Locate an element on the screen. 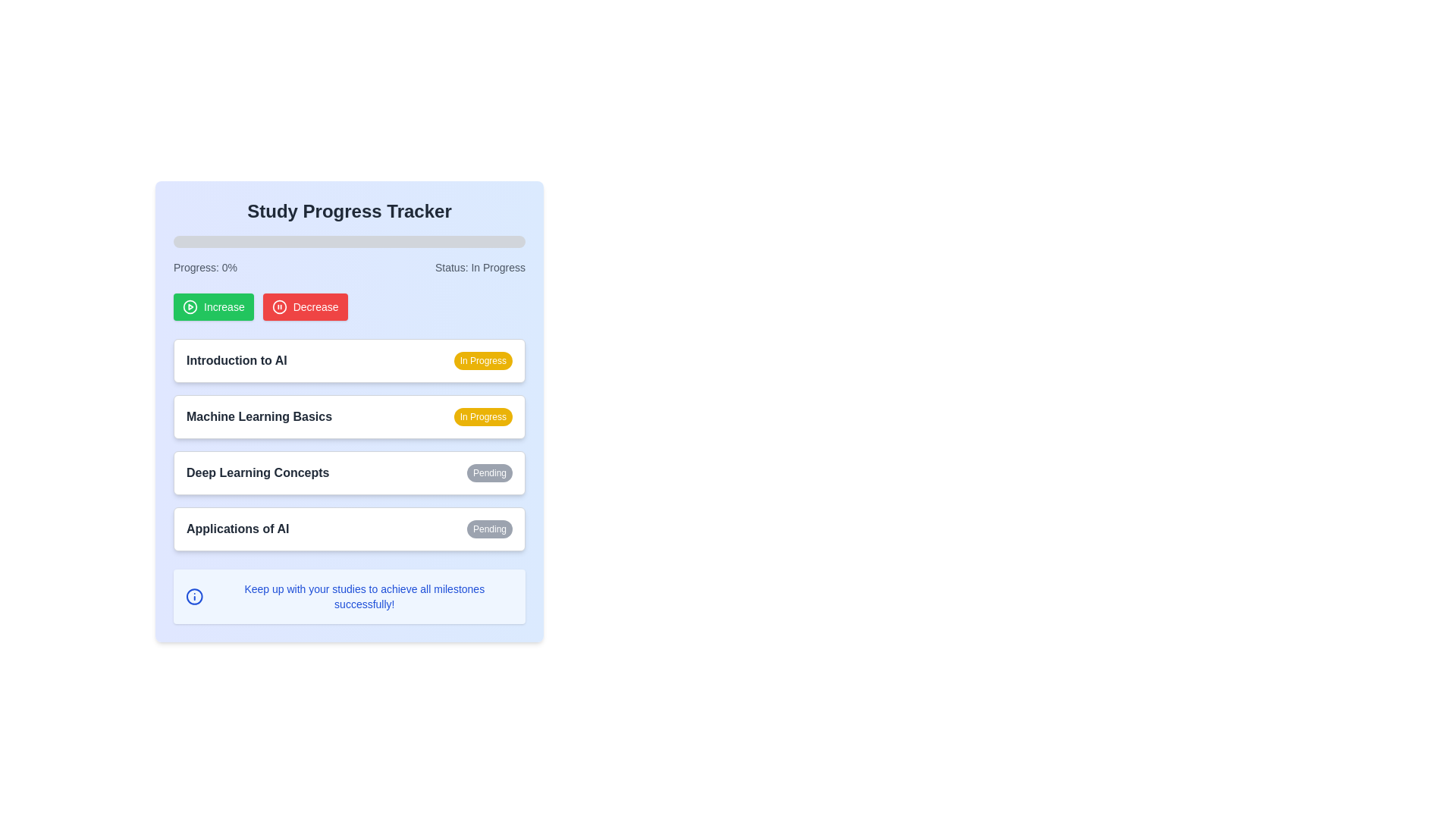 The width and height of the screenshot is (1456, 819). the information displayed in the Text label representing the title of the learning module, located in the second row of the study progress tracker and positioned to the left of the yellow 'In Progress' badge is located at coordinates (259, 417).